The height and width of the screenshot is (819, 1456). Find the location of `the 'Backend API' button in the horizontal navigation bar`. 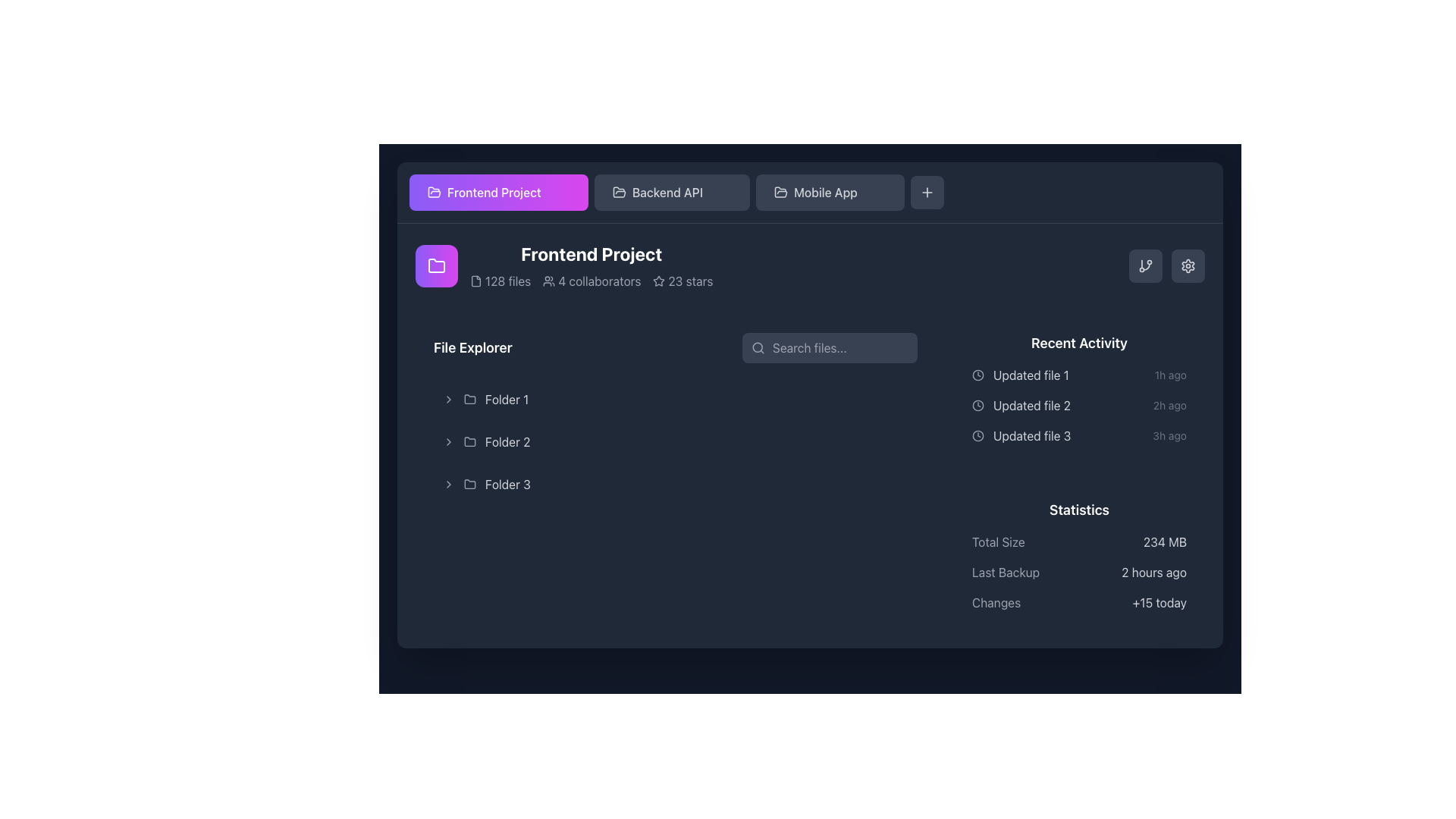

the 'Backend API' button in the horizontal navigation bar is located at coordinates (671, 192).